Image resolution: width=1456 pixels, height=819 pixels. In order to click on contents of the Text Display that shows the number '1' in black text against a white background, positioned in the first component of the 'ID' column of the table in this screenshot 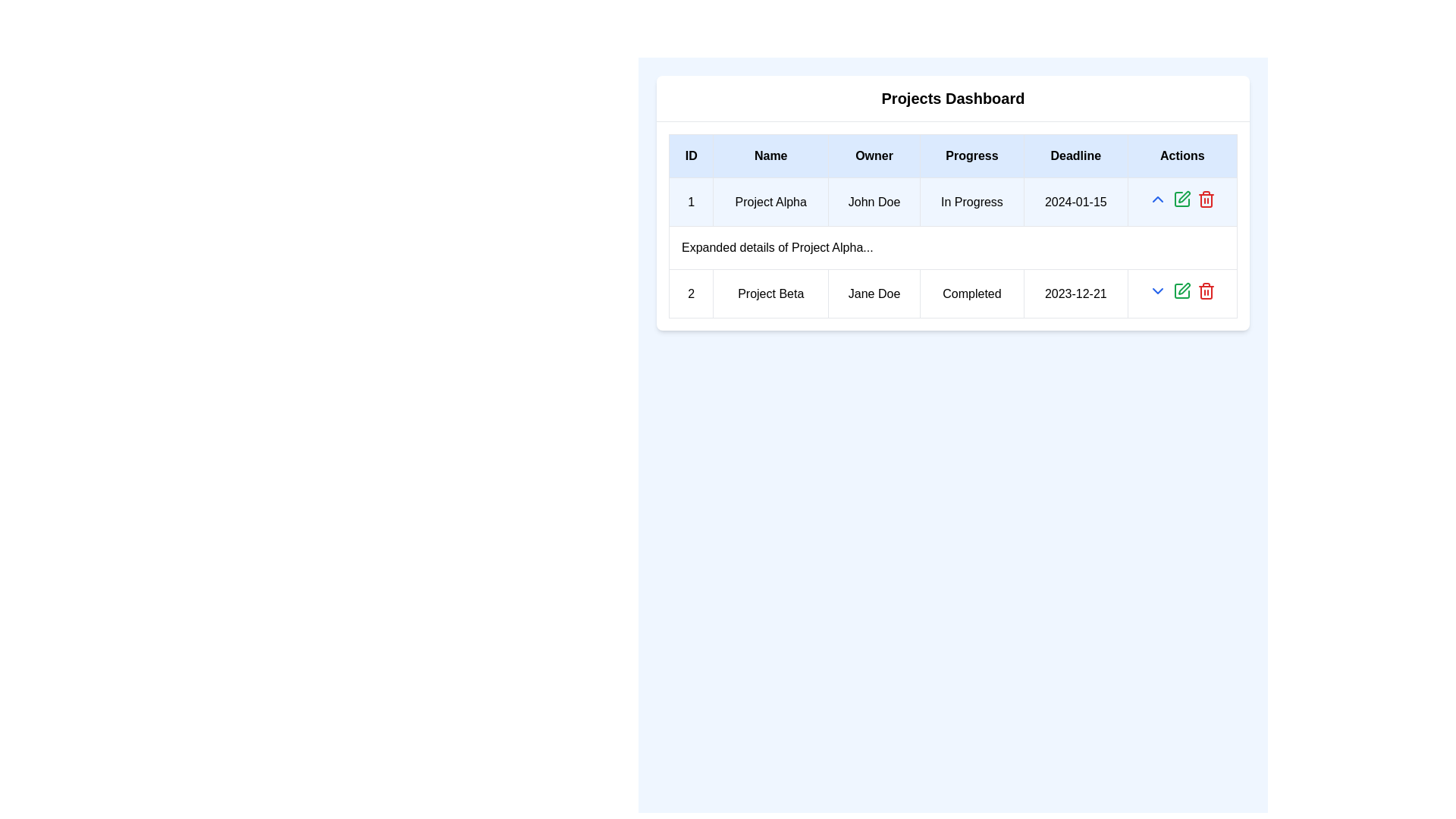, I will do `click(690, 201)`.